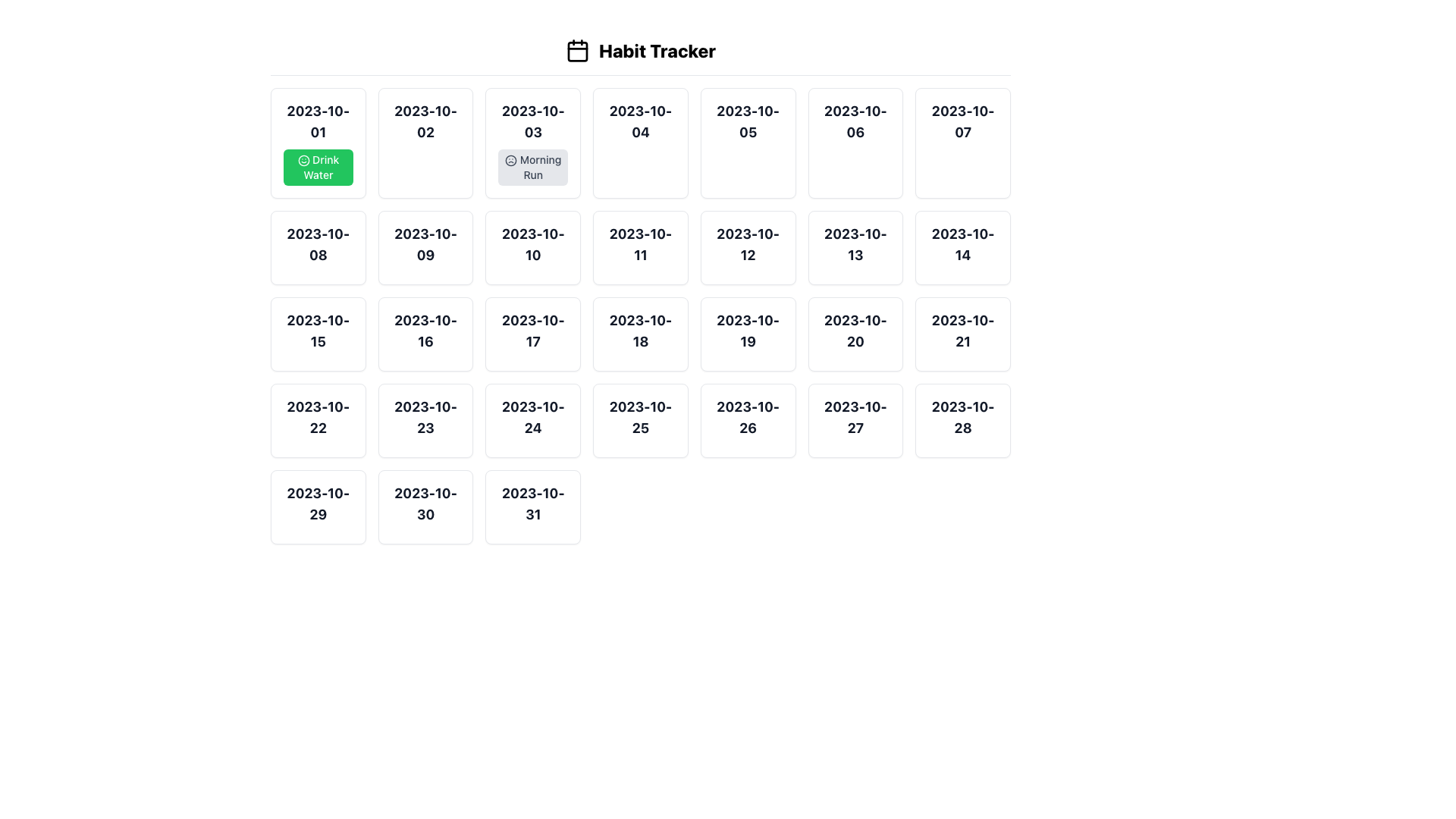  I want to click on the date display block in the habit tracker application located in the fourth column of the second row, which shows the date '2023-10-09', so click(425, 247).